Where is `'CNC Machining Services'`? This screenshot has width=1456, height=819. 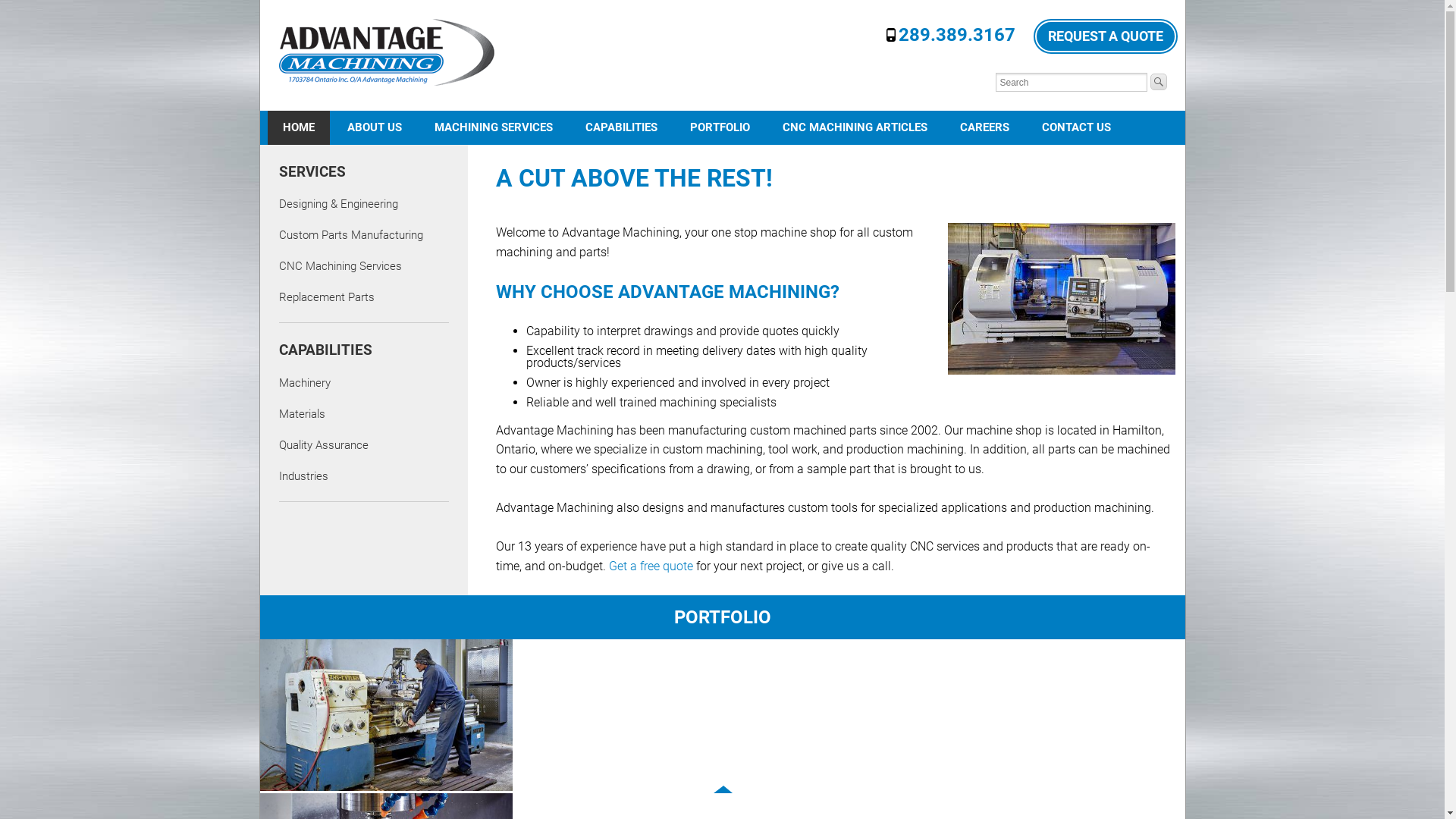
'CNC Machining Services' is located at coordinates (340, 265).